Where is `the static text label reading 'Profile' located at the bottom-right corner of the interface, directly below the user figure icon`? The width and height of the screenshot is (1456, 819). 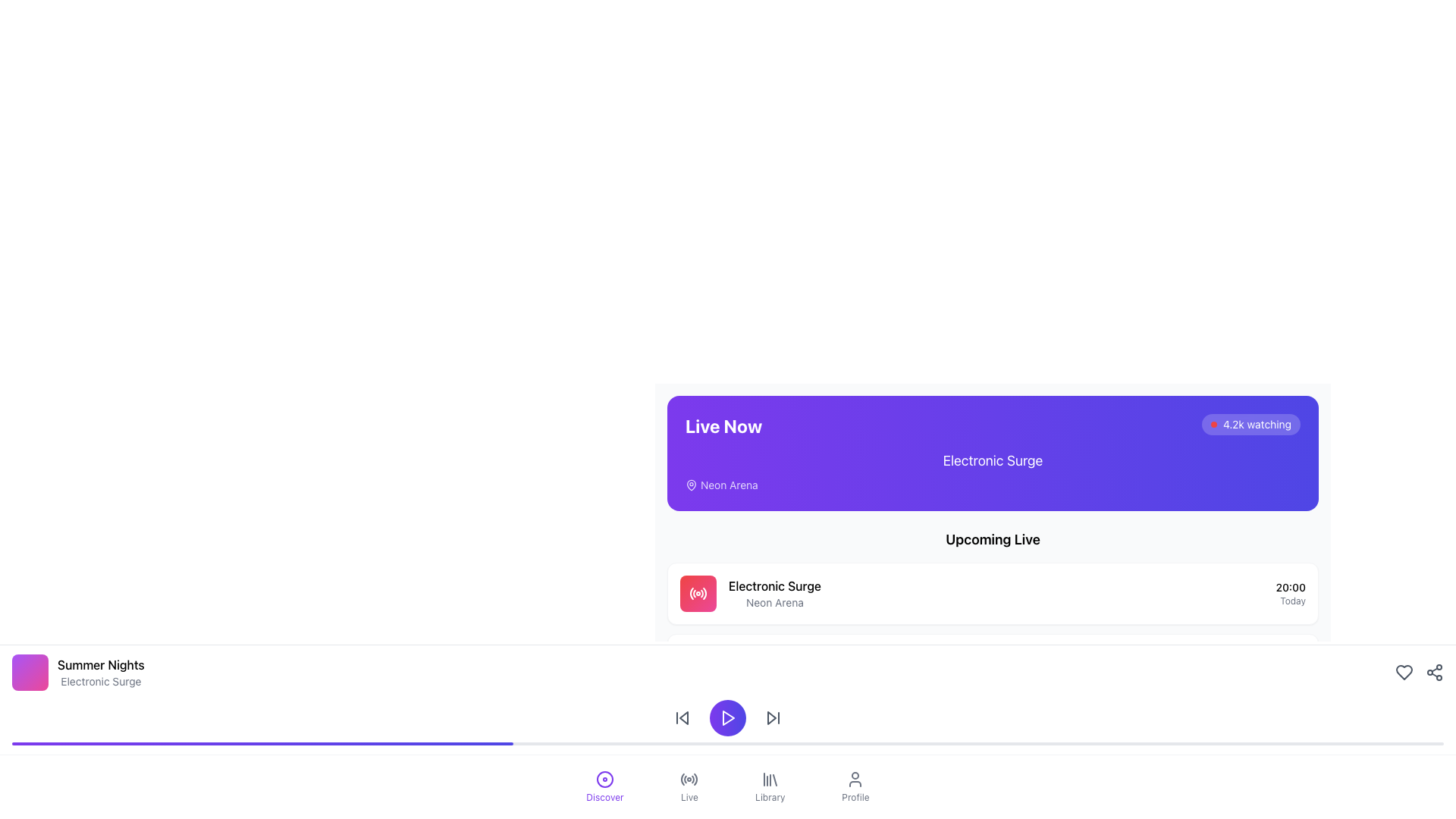 the static text label reading 'Profile' located at the bottom-right corner of the interface, directly below the user figure icon is located at coordinates (855, 797).